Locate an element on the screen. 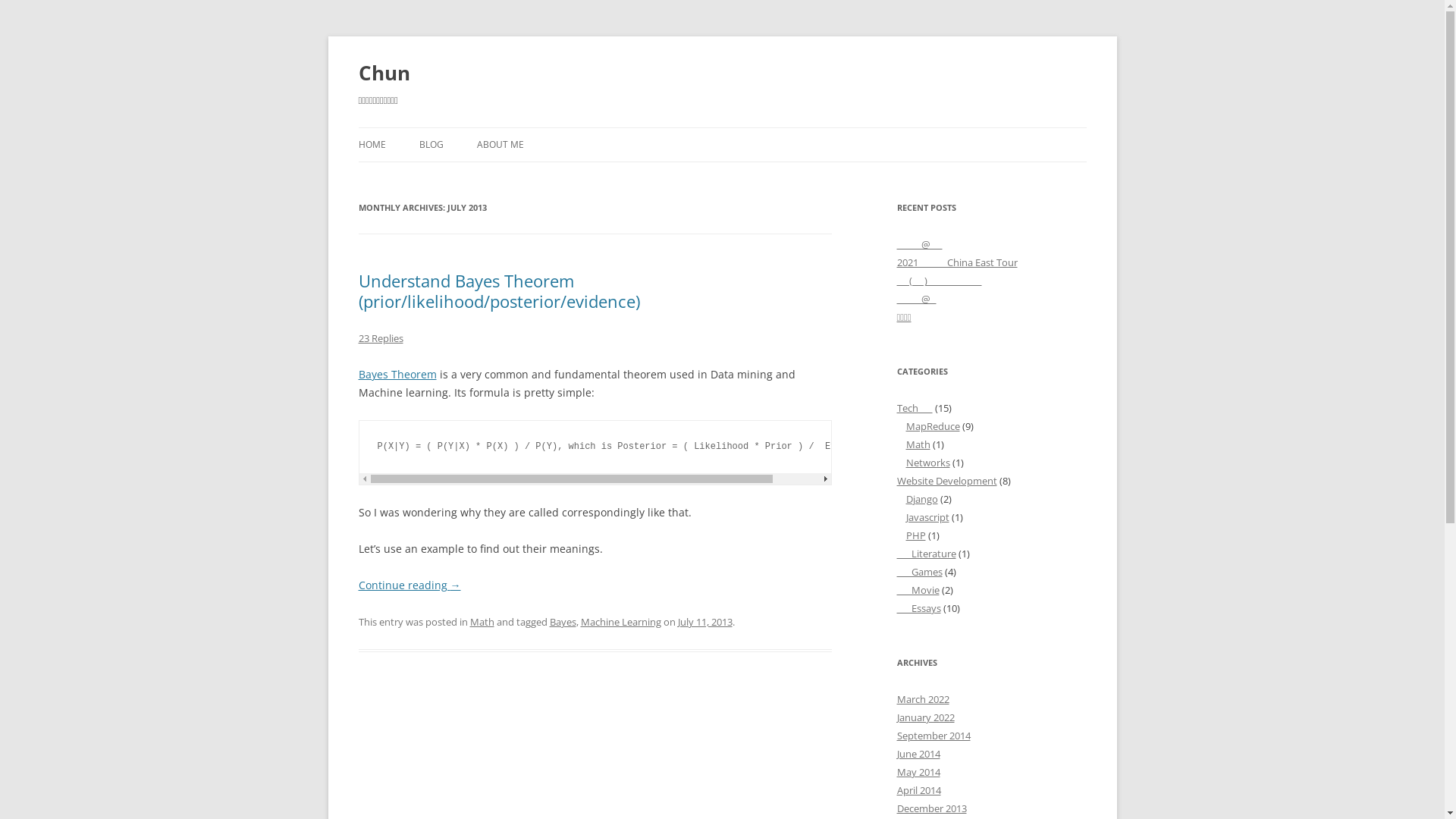 This screenshot has width=1456, height=819. 'Chun' is located at coordinates (383, 73).